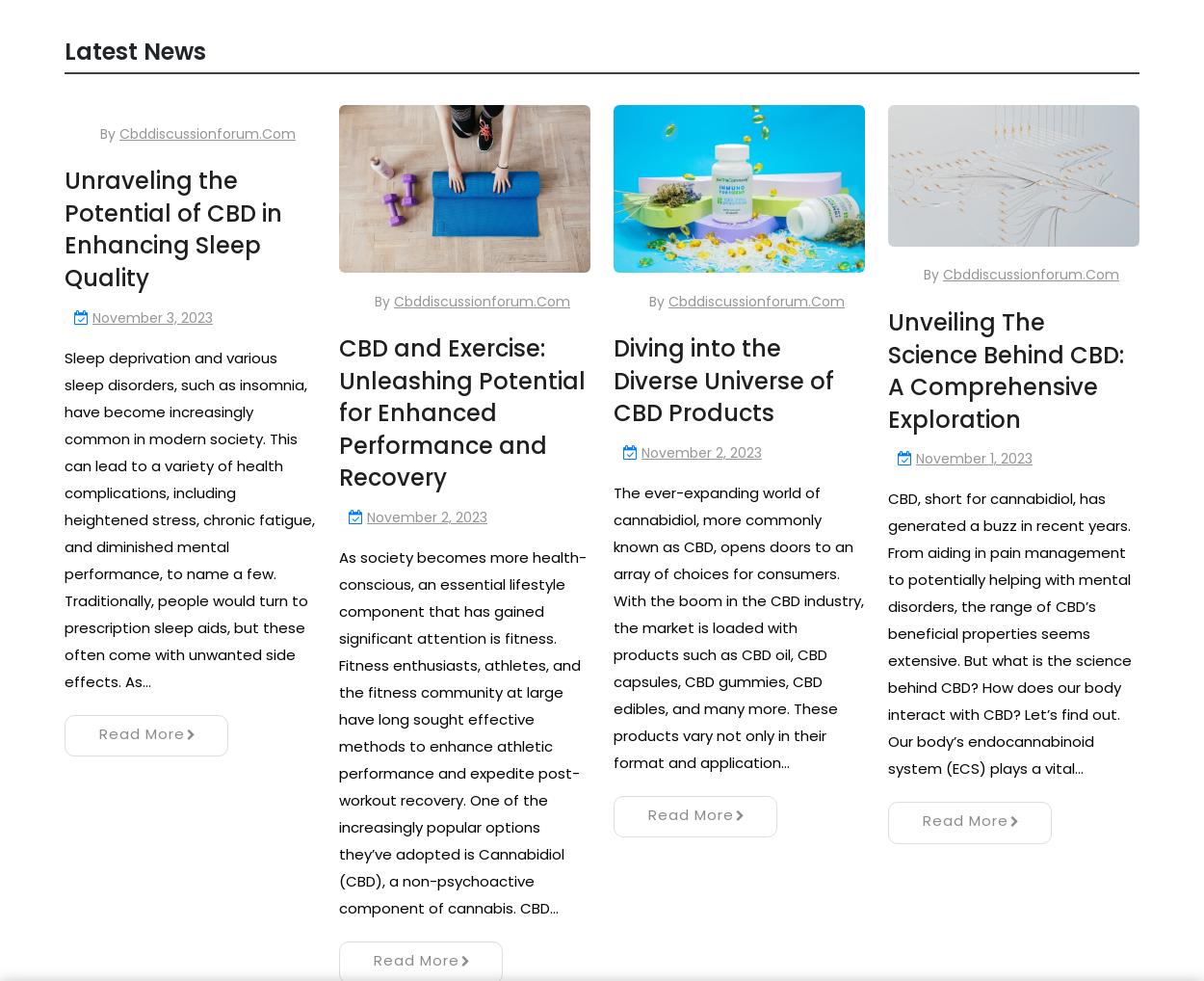 The height and width of the screenshot is (981, 1204). What do you see at coordinates (338, 146) in the screenshot?
I see `'Unraveling the Benefits of CBD for Pain Relief'` at bounding box center [338, 146].